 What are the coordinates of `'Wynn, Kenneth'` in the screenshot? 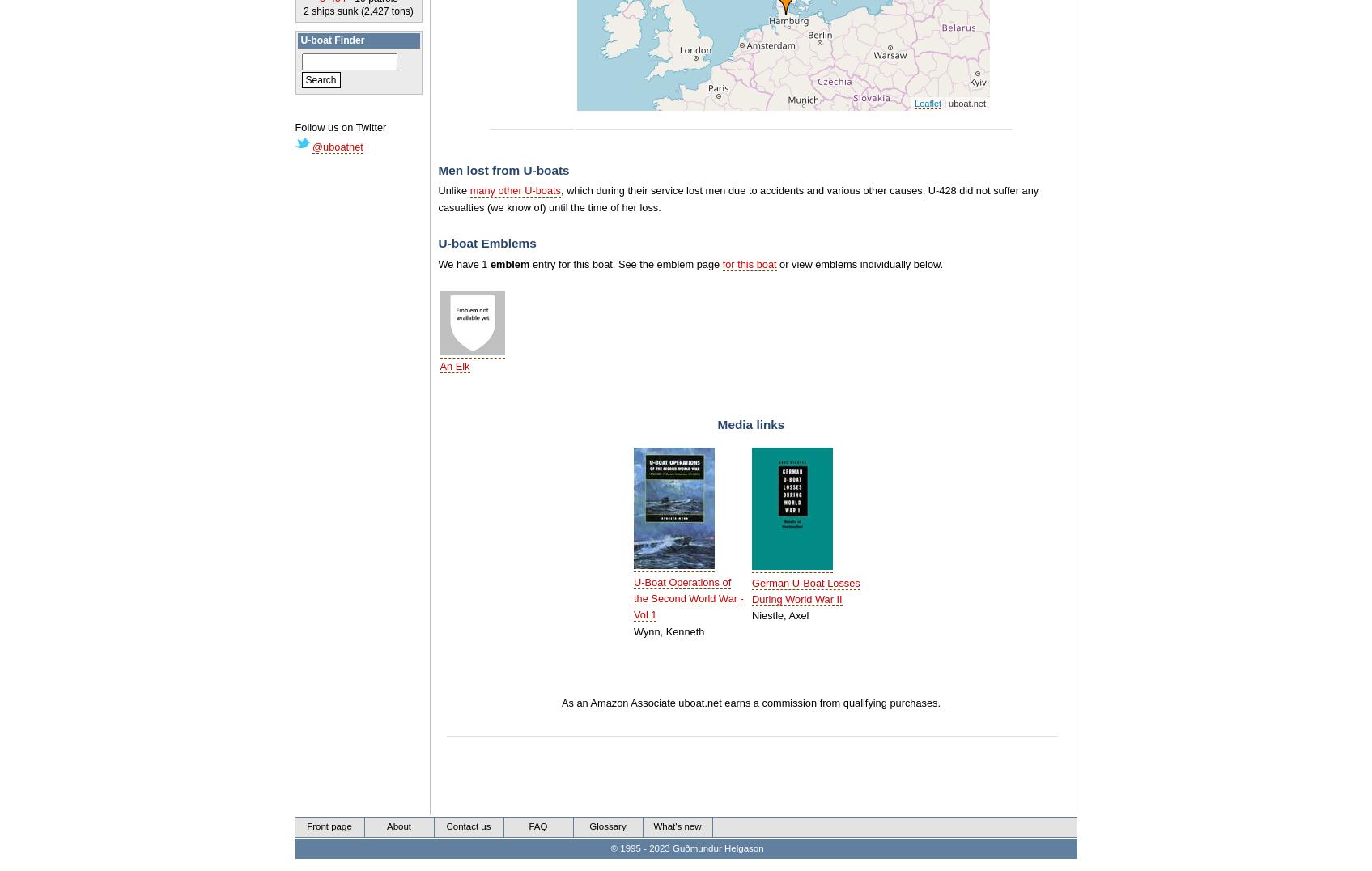 It's located at (632, 631).